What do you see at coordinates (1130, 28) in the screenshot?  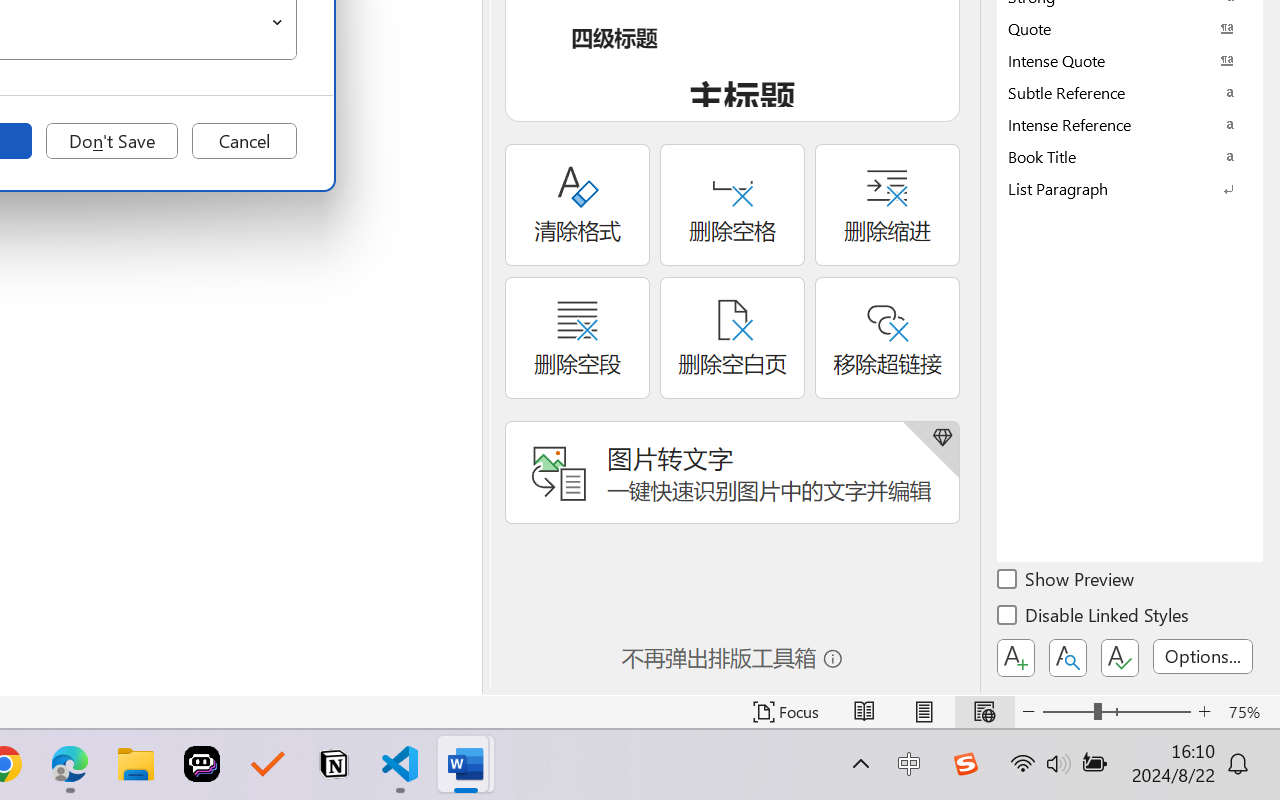 I see `'Quote'` at bounding box center [1130, 28].